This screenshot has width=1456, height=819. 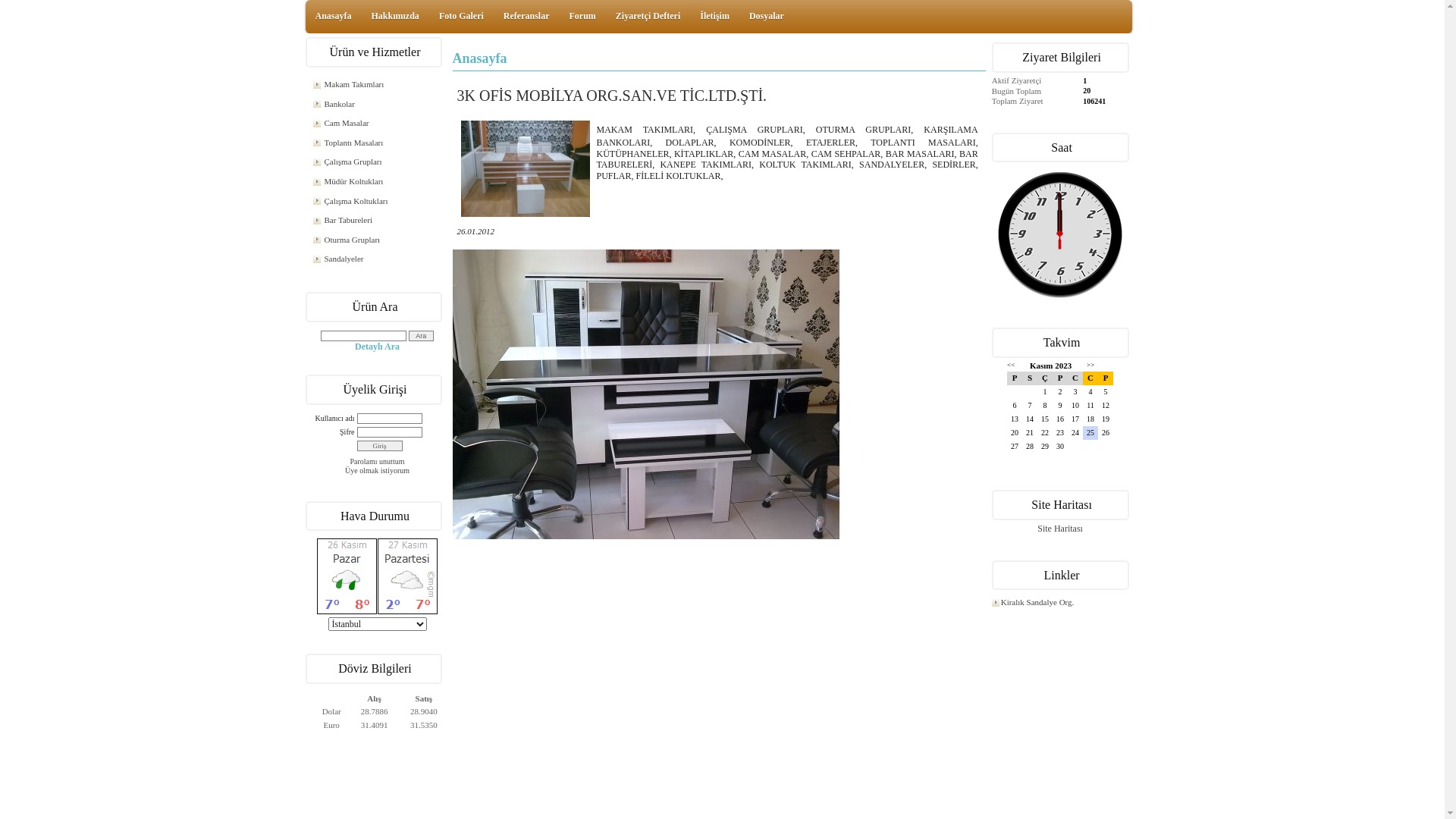 What do you see at coordinates (460, 15) in the screenshot?
I see `'Foto Galeri'` at bounding box center [460, 15].